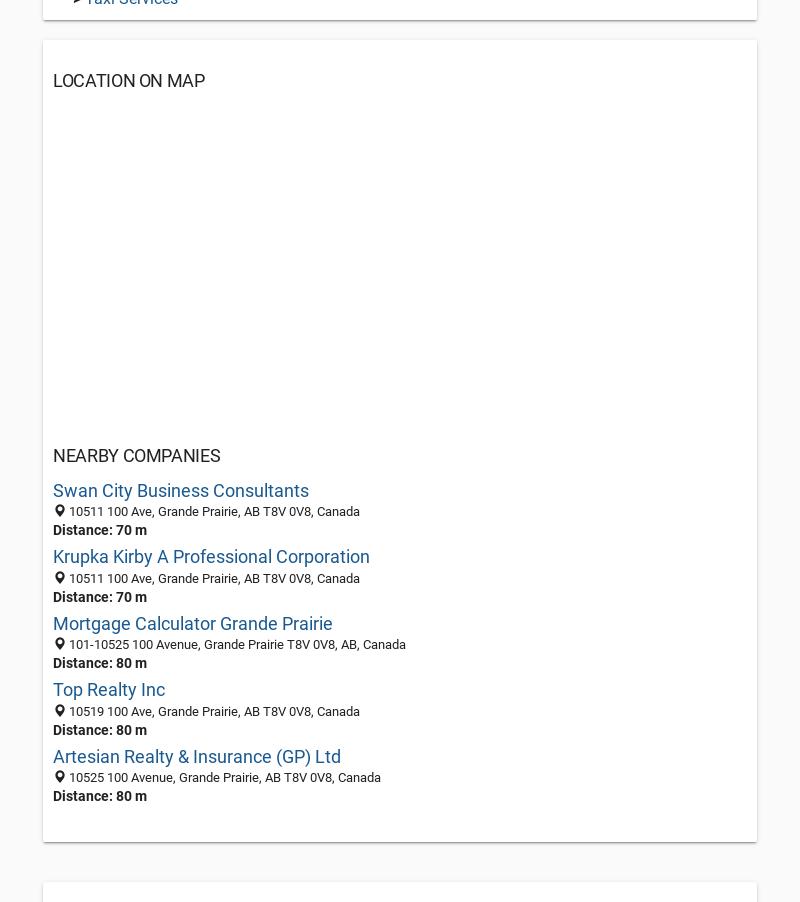 Image resolution: width=800 pixels, height=902 pixels. I want to click on 'Top Realty Inc', so click(107, 690).